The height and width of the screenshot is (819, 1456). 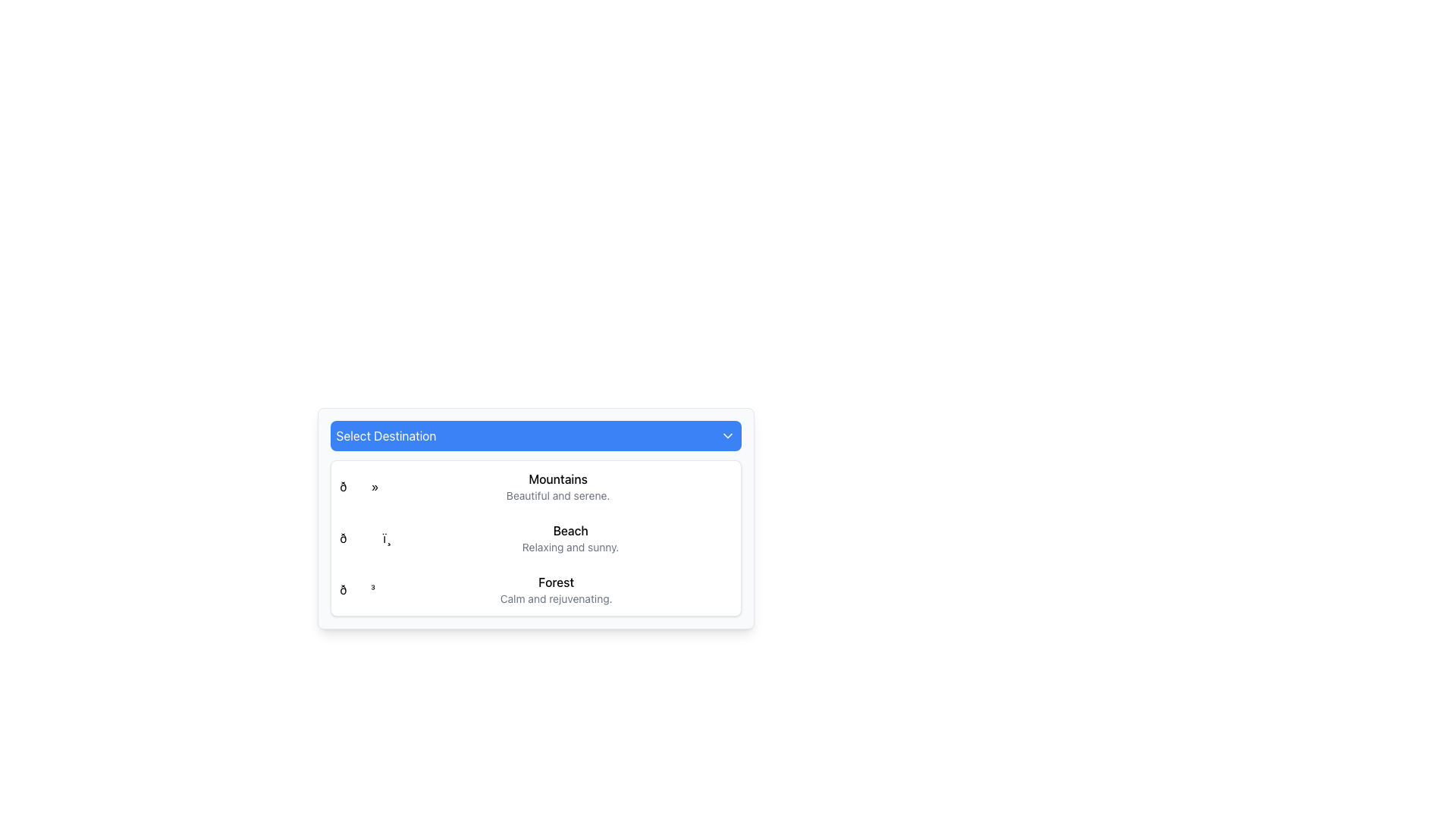 I want to click on the selectable option labeled 'Beach' in the 'Select Destination' panel, which describes the destination as 'Relaxing and sunny.', so click(x=570, y=537).